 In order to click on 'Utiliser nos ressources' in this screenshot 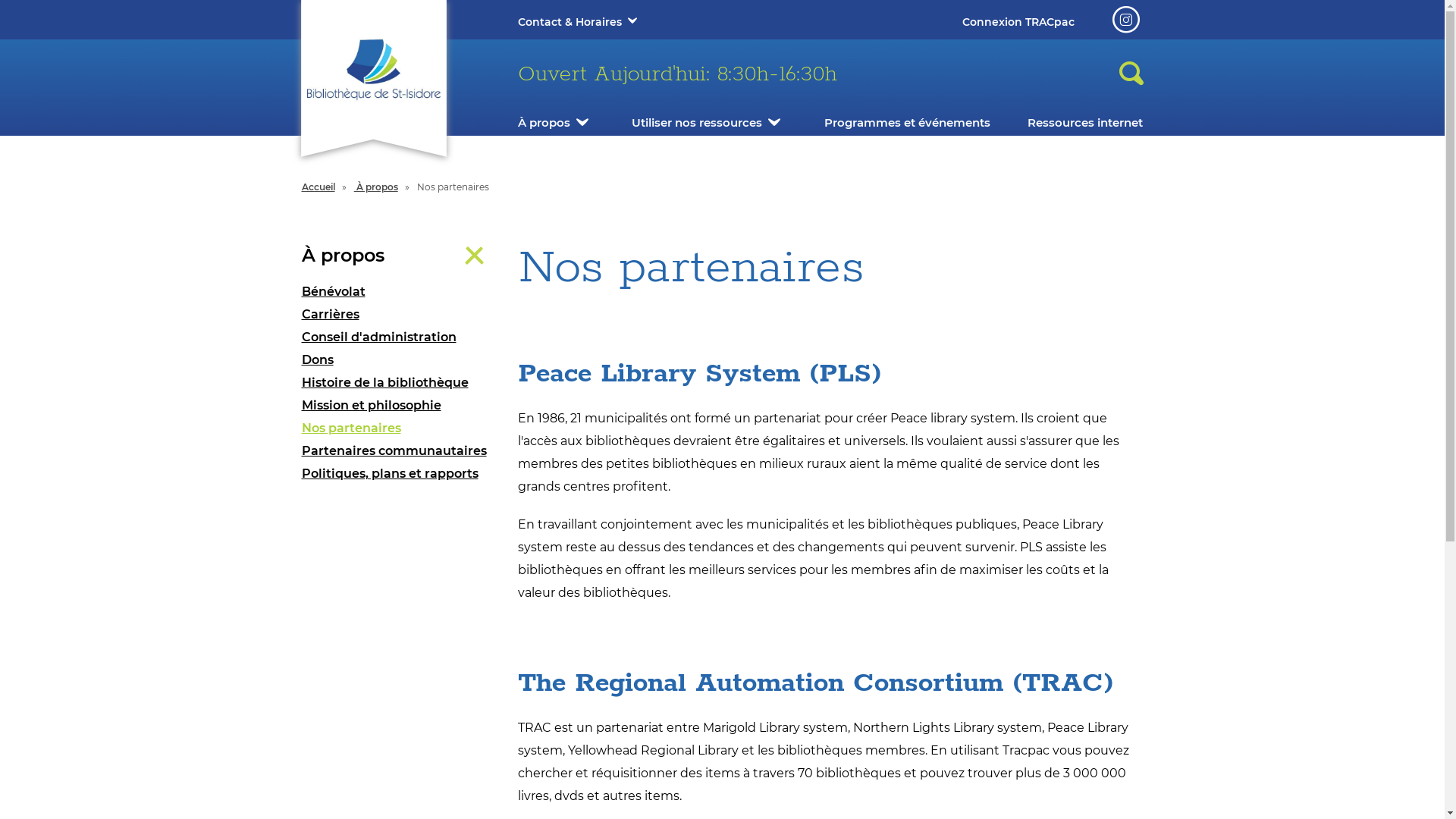, I will do `click(695, 121)`.